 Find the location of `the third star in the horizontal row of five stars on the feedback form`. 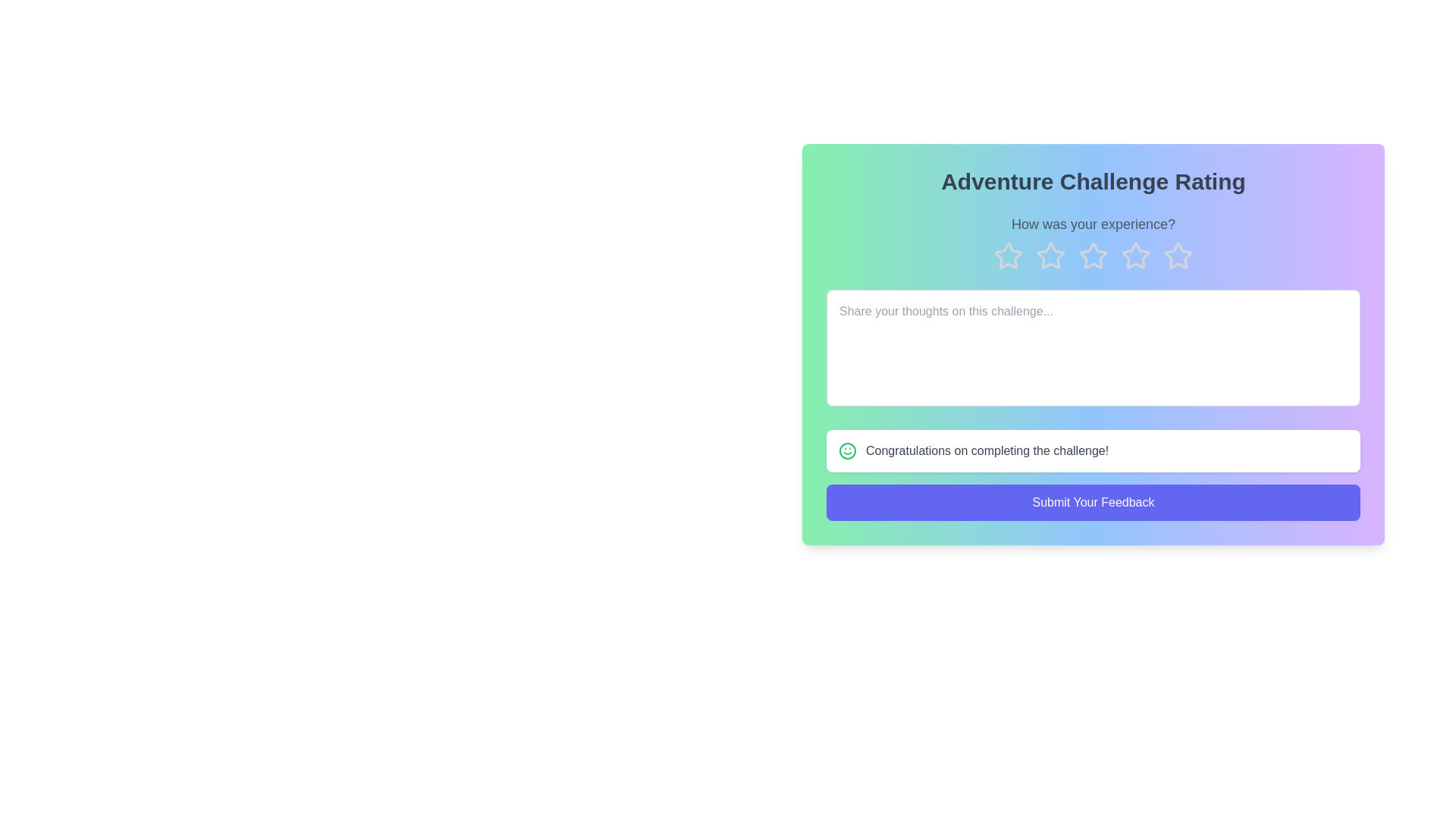

the third star in the horizontal row of five stars on the feedback form is located at coordinates (1093, 255).